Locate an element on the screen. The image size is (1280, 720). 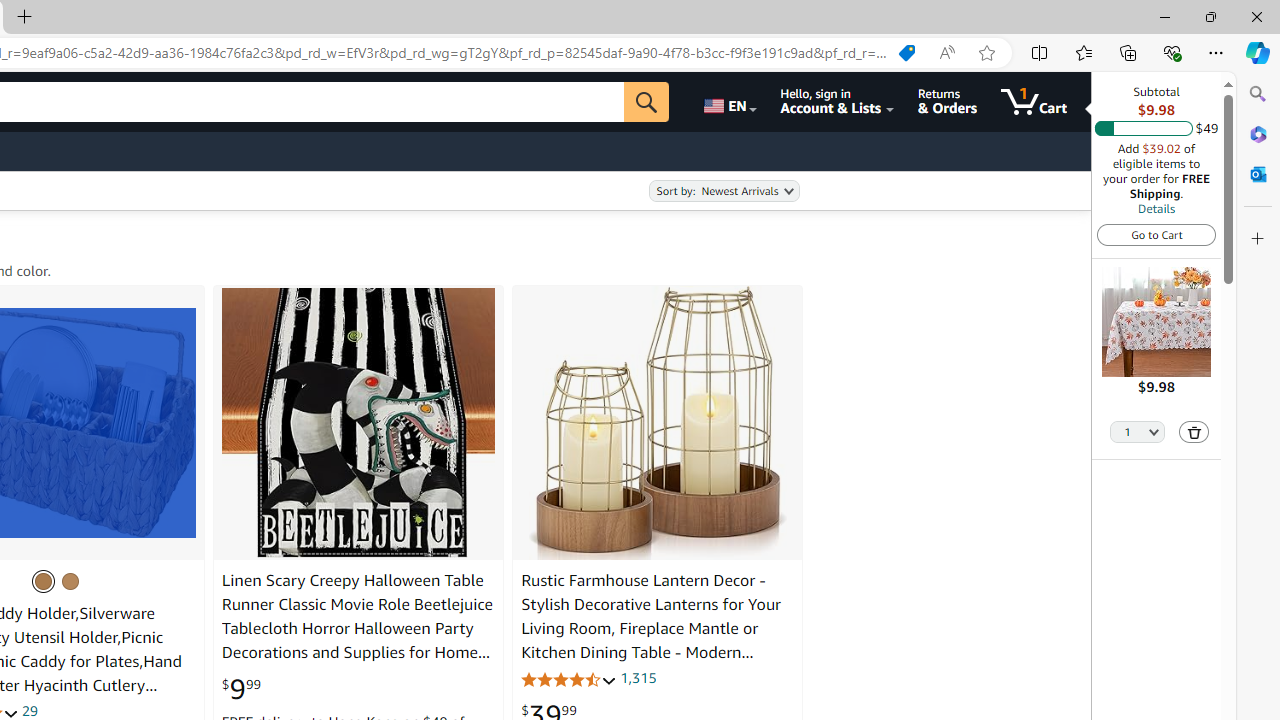
'Returns & Orders' is located at coordinates (946, 101).